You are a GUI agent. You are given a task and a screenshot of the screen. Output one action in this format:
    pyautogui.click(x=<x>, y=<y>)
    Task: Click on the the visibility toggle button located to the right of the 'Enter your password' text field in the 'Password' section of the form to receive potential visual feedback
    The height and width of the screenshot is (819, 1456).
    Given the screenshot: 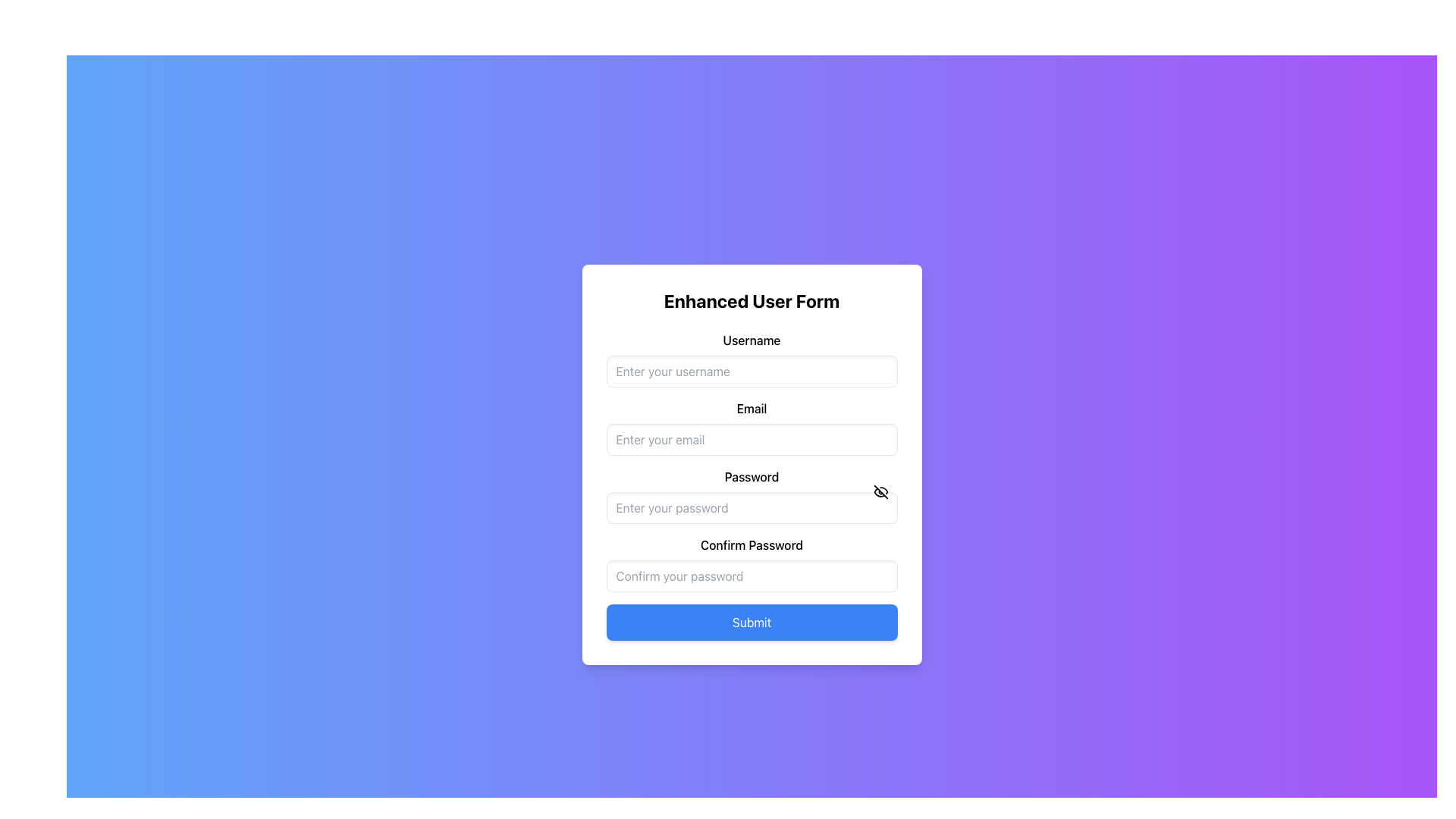 What is the action you would take?
    pyautogui.click(x=880, y=491)
    